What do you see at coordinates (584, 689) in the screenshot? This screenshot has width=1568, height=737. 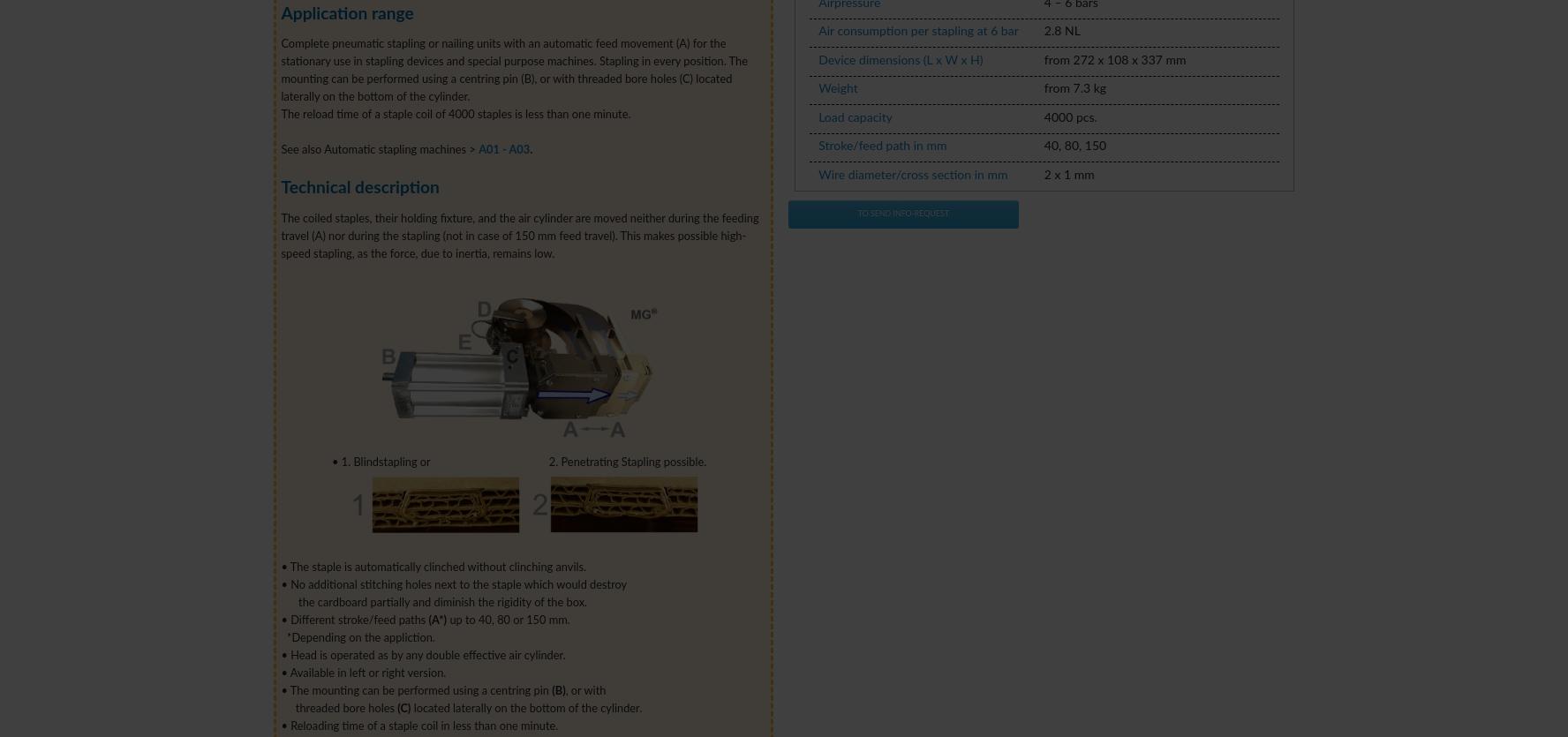 I see `', or with'` at bounding box center [584, 689].